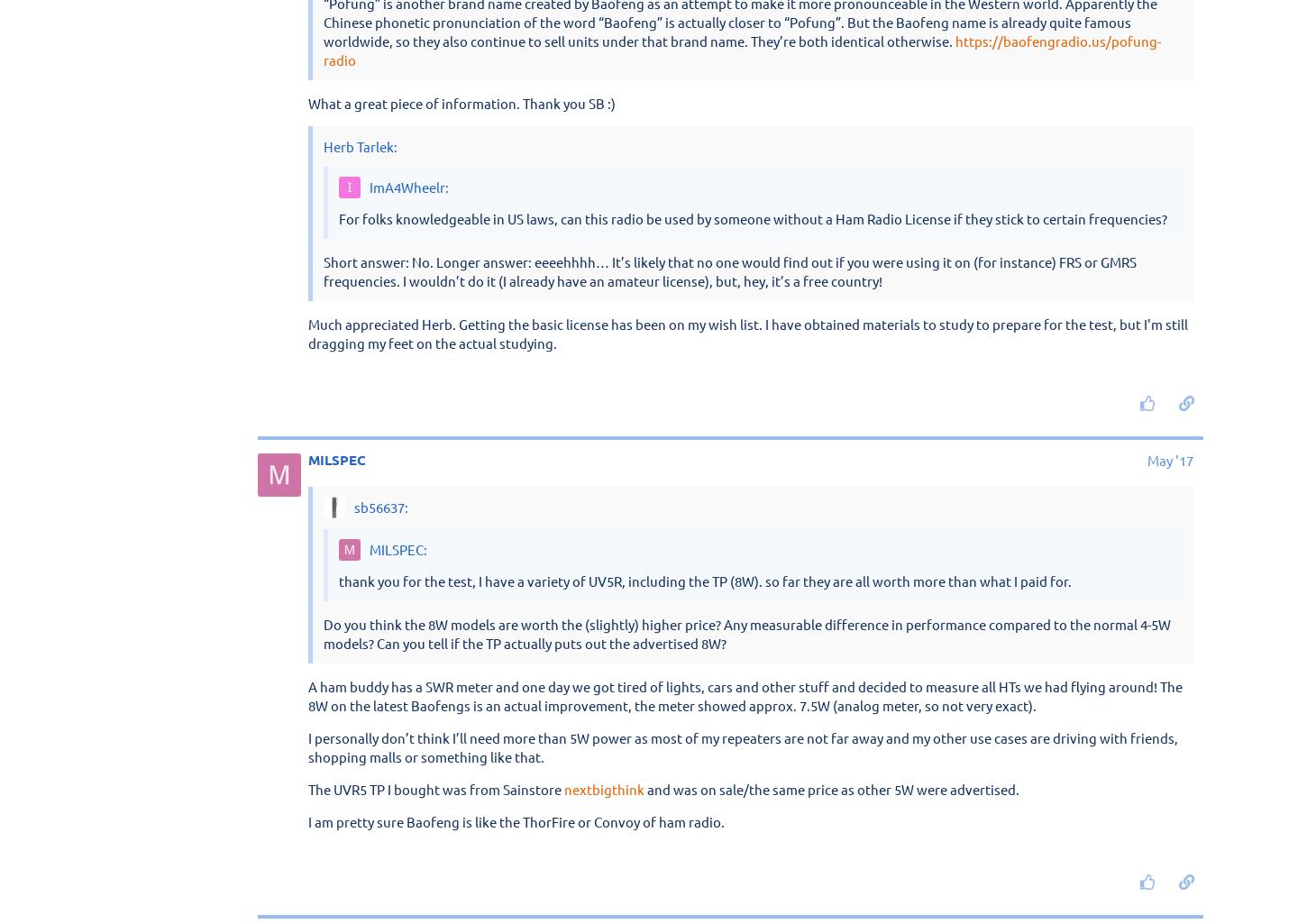 The height and width of the screenshot is (924, 1307). Describe the element at coordinates (360, 666) in the screenshot. I see `'Herb Tarlek:'` at that location.